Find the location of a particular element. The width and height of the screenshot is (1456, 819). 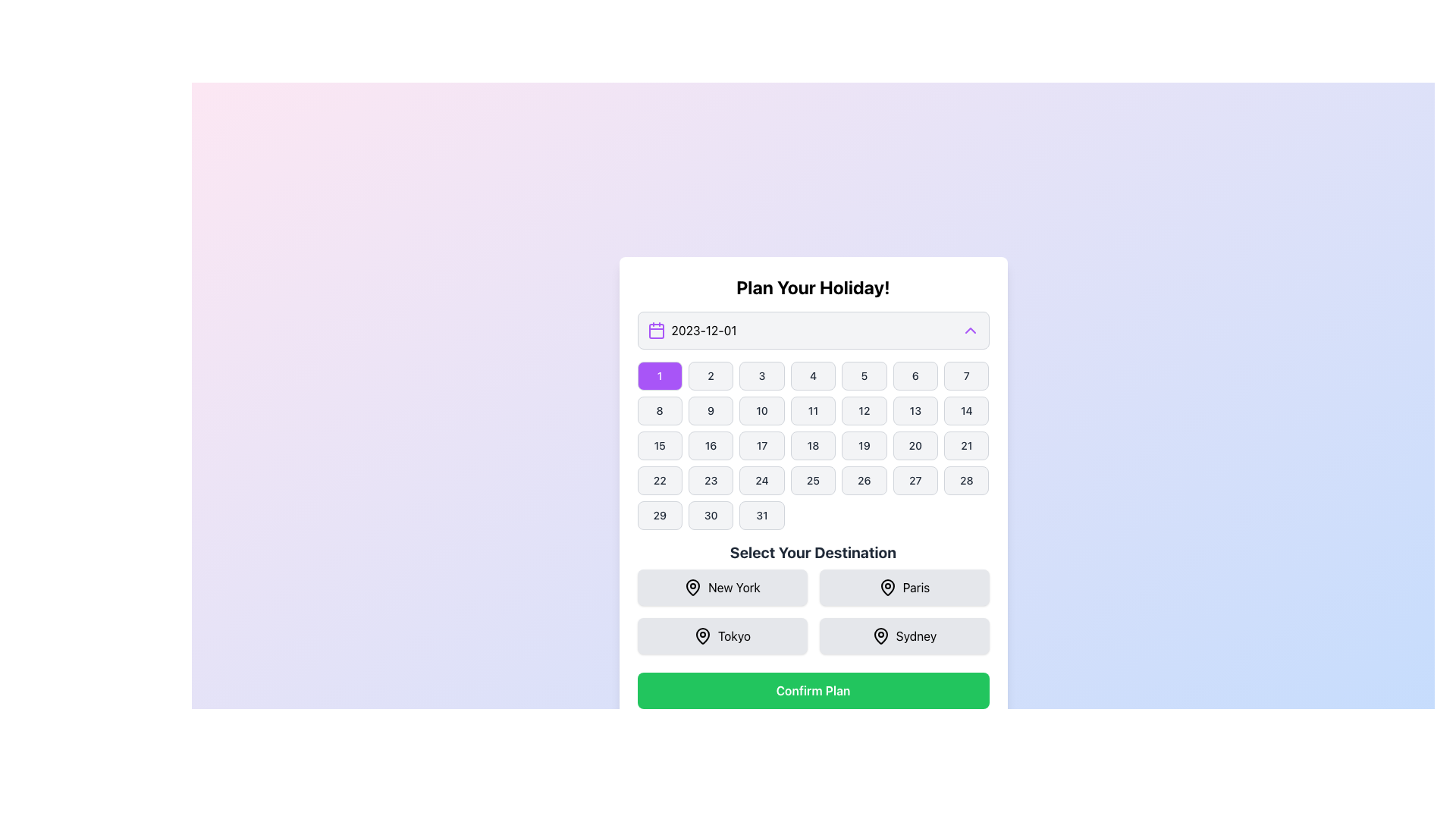

the small upward-pointing purple chevron icon located to the right of the date display box showing '2023-12-01' is located at coordinates (969, 329).